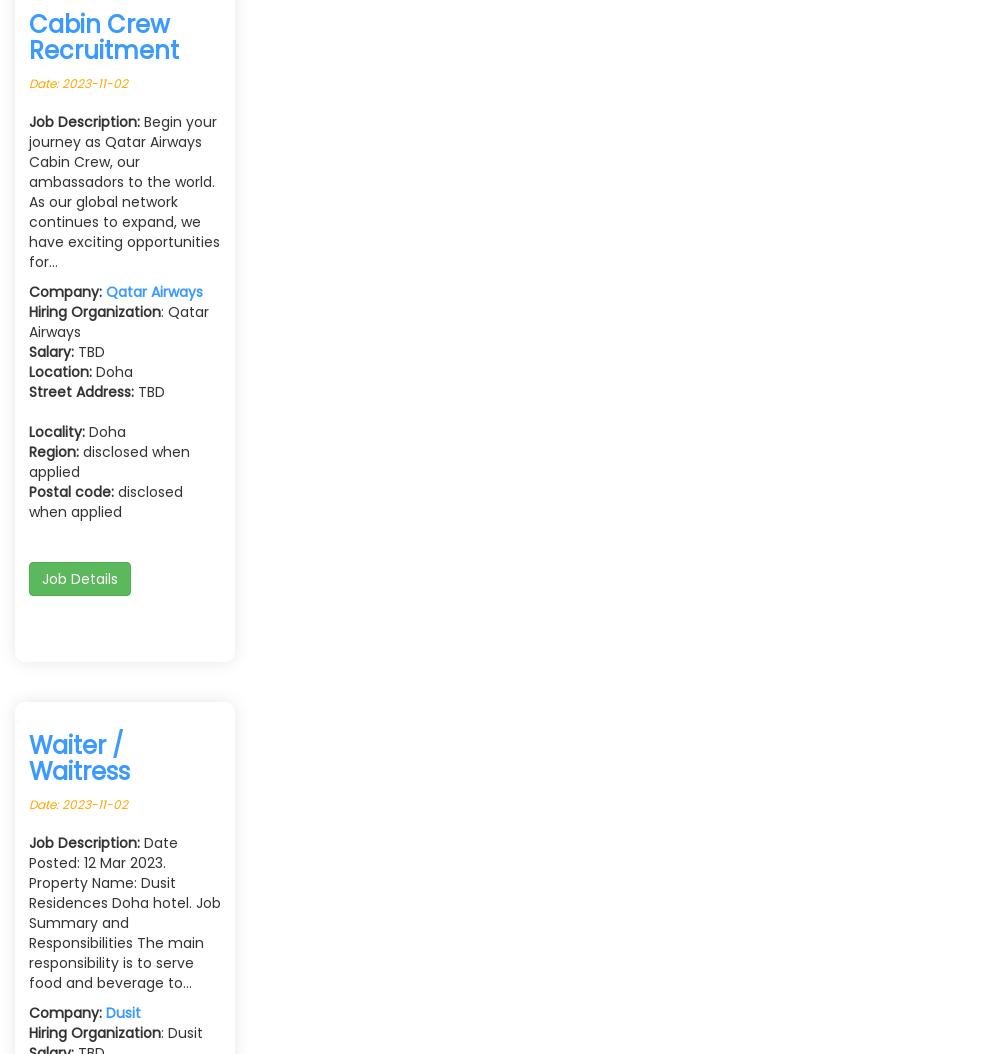 This screenshot has height=1054, width=990. I want to click on 'Date Posted: 12 Mar 2023. Property Name: Dusit Residences Doha hotel. Job Summary and Responsibilities The main responsibility is to serve food and beverage to…', so click(124, 911).